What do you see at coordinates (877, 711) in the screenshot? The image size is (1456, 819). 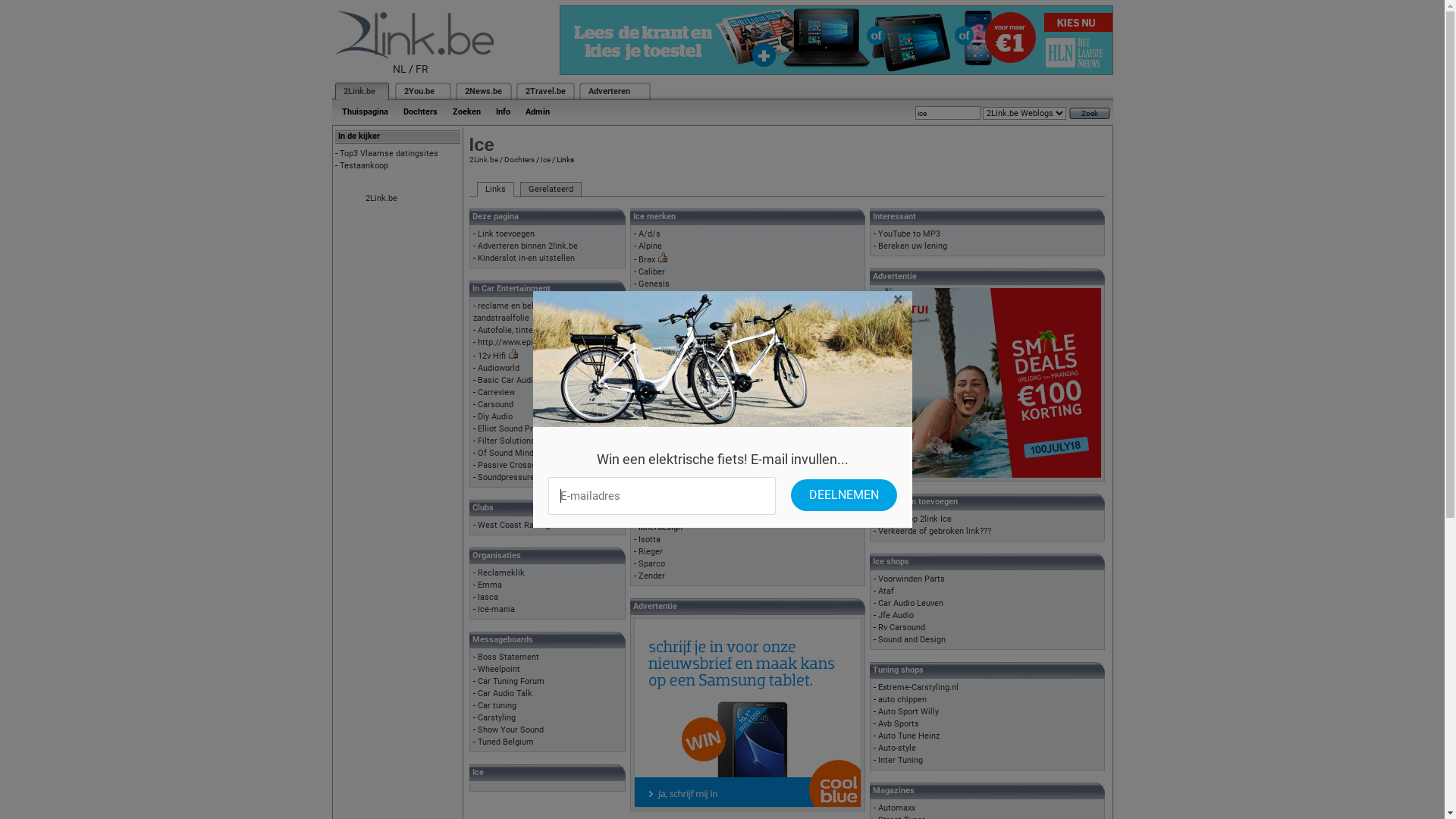 I see `'Auto Sport Willy'` at bounding box center [877, 711].